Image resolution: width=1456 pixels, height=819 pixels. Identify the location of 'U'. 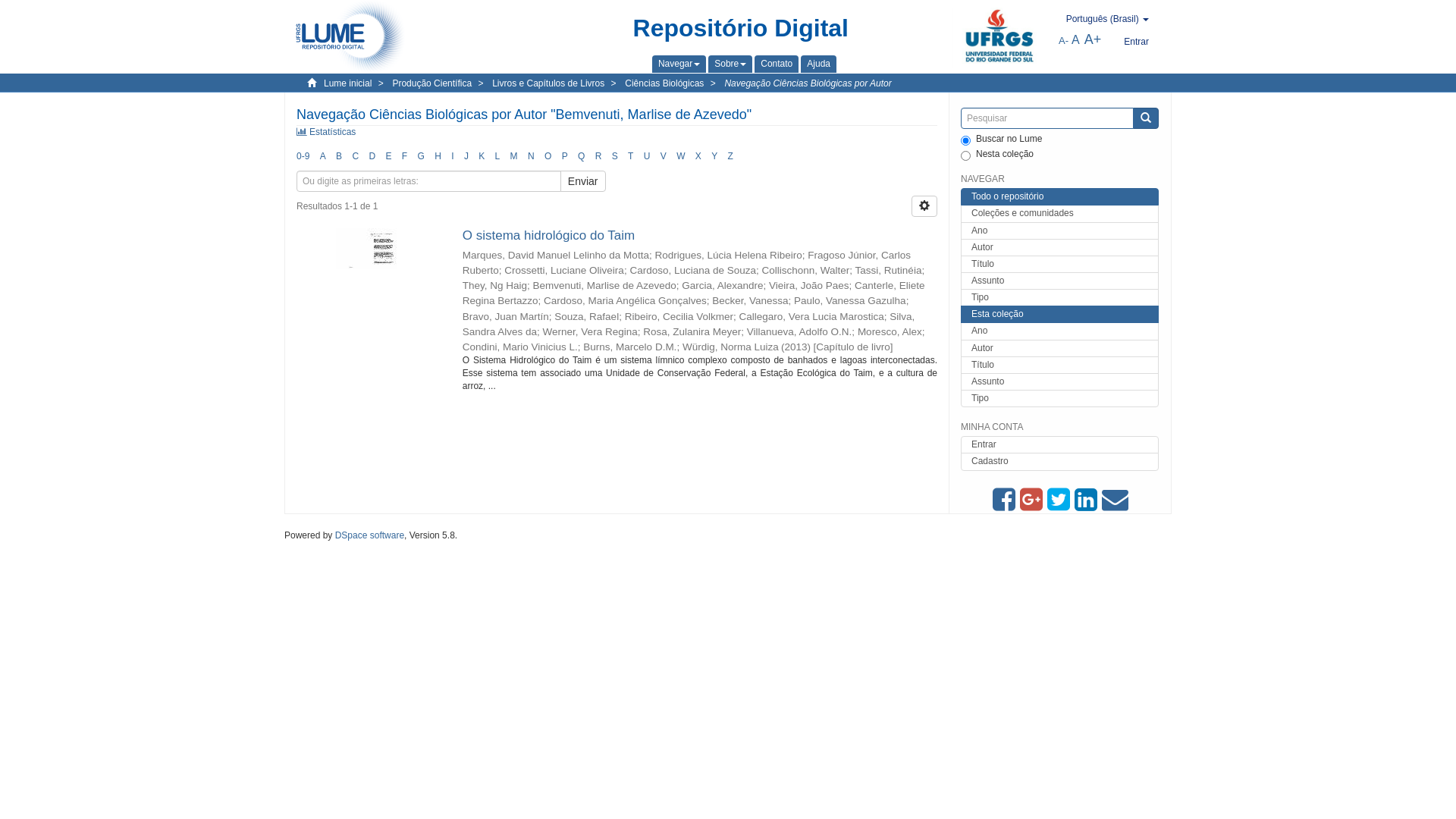
(647, 155).